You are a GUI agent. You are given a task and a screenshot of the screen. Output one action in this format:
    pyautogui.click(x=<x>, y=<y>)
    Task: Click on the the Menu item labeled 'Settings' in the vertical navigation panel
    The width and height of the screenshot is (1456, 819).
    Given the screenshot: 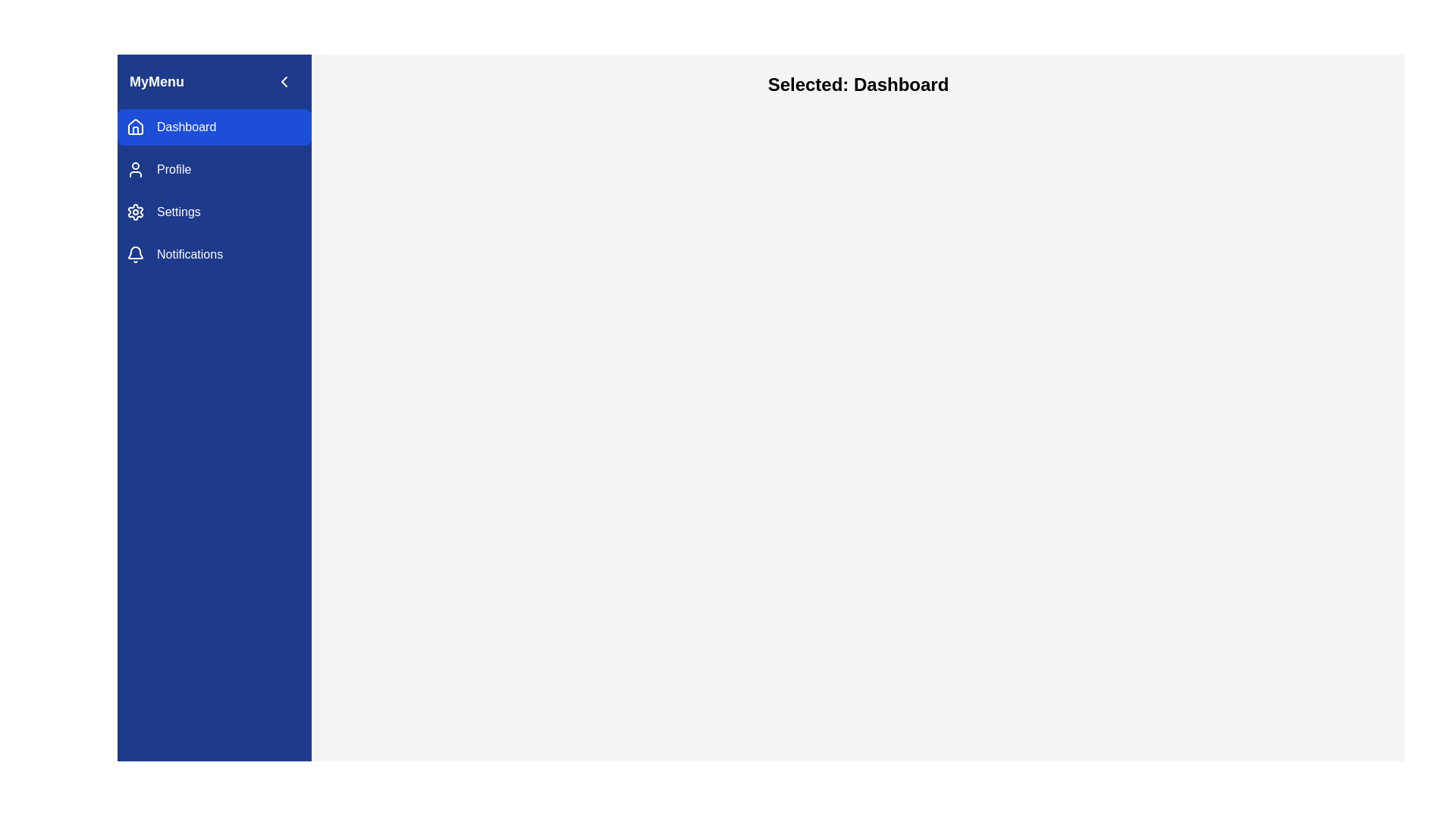 What is the action you would take?
    pyautogui.click(x=178, y=212)
    